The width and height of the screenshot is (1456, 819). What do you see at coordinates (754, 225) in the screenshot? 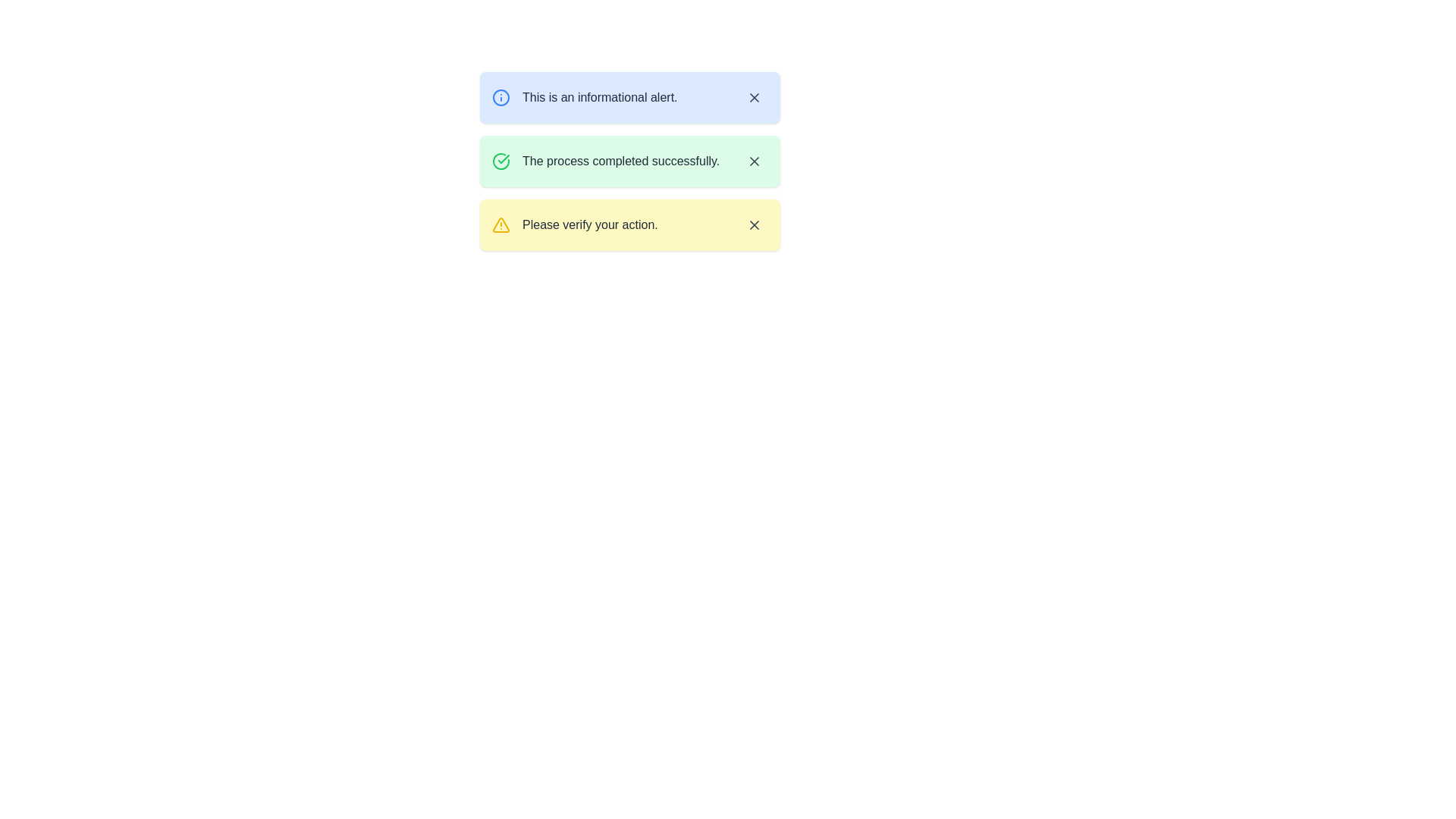
I see `the close button located at the far right of the yellow warning banner that dismisses the warning message` at bounding box center [754, 225].